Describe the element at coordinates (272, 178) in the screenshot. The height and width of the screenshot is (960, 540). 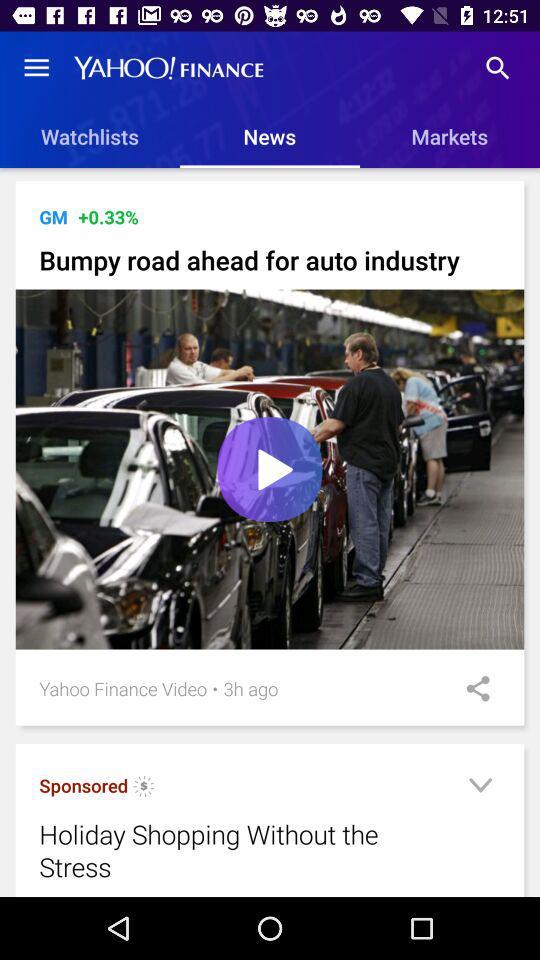
I see `the item below the watchlists` at that location.